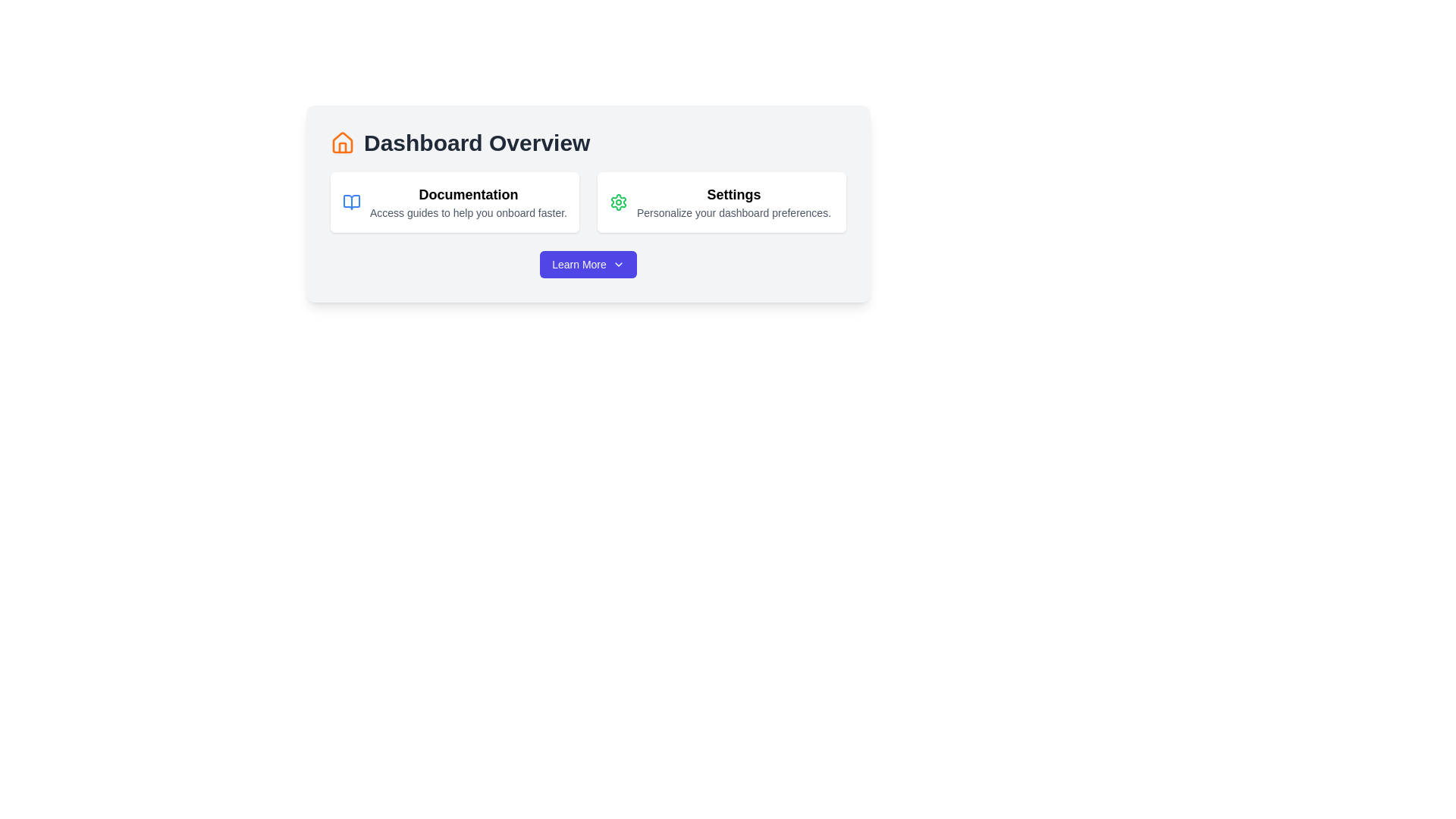  Describe the element at coordinates (341, 143) in the screenshot. I see `the dashboard icon located in the upper-left corner of the interface, to the left of the 'Dashboard Overview' title` at that location.